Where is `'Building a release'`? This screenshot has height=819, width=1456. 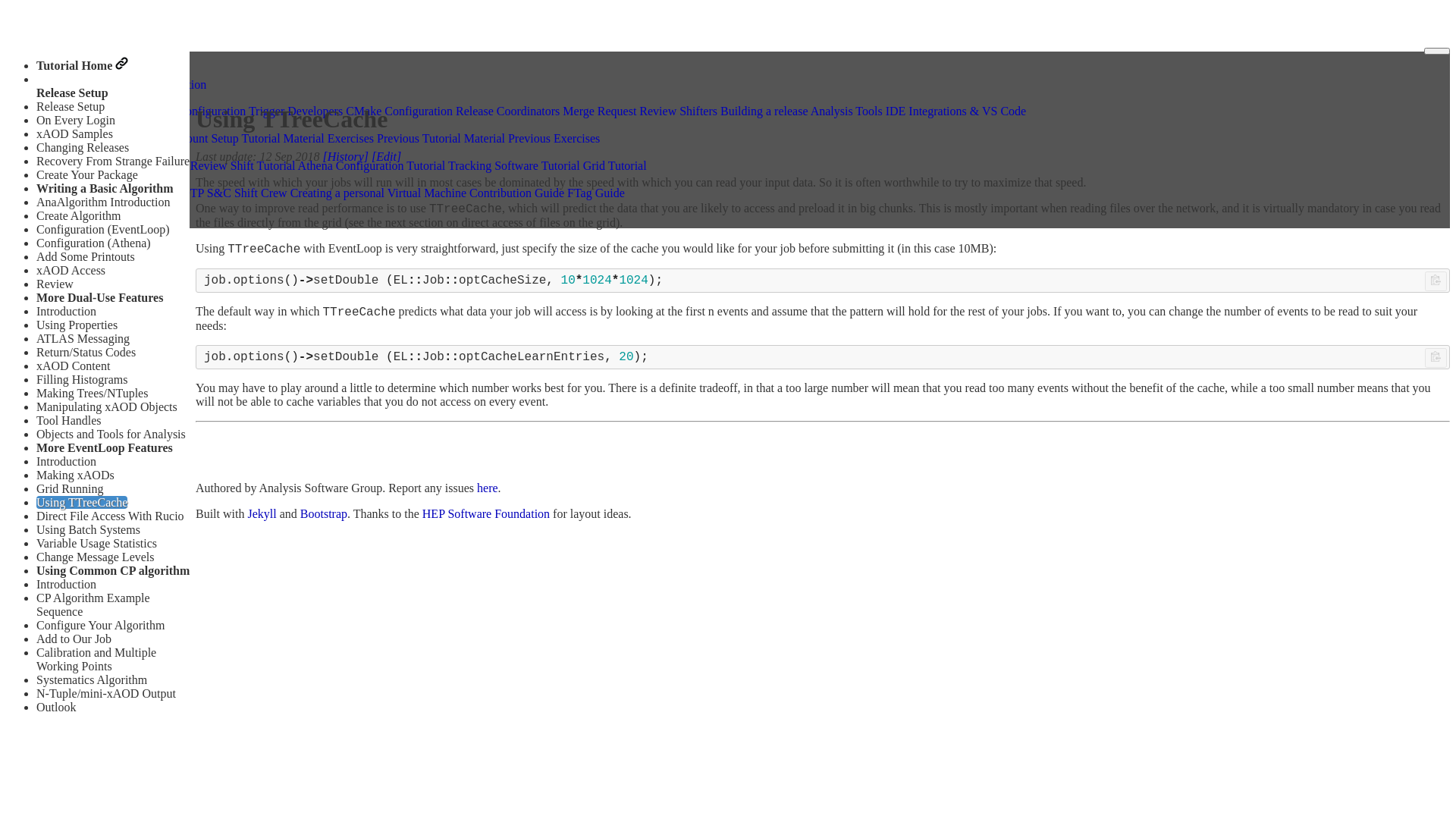
'Building a release' is located at coordinates (764, 110).